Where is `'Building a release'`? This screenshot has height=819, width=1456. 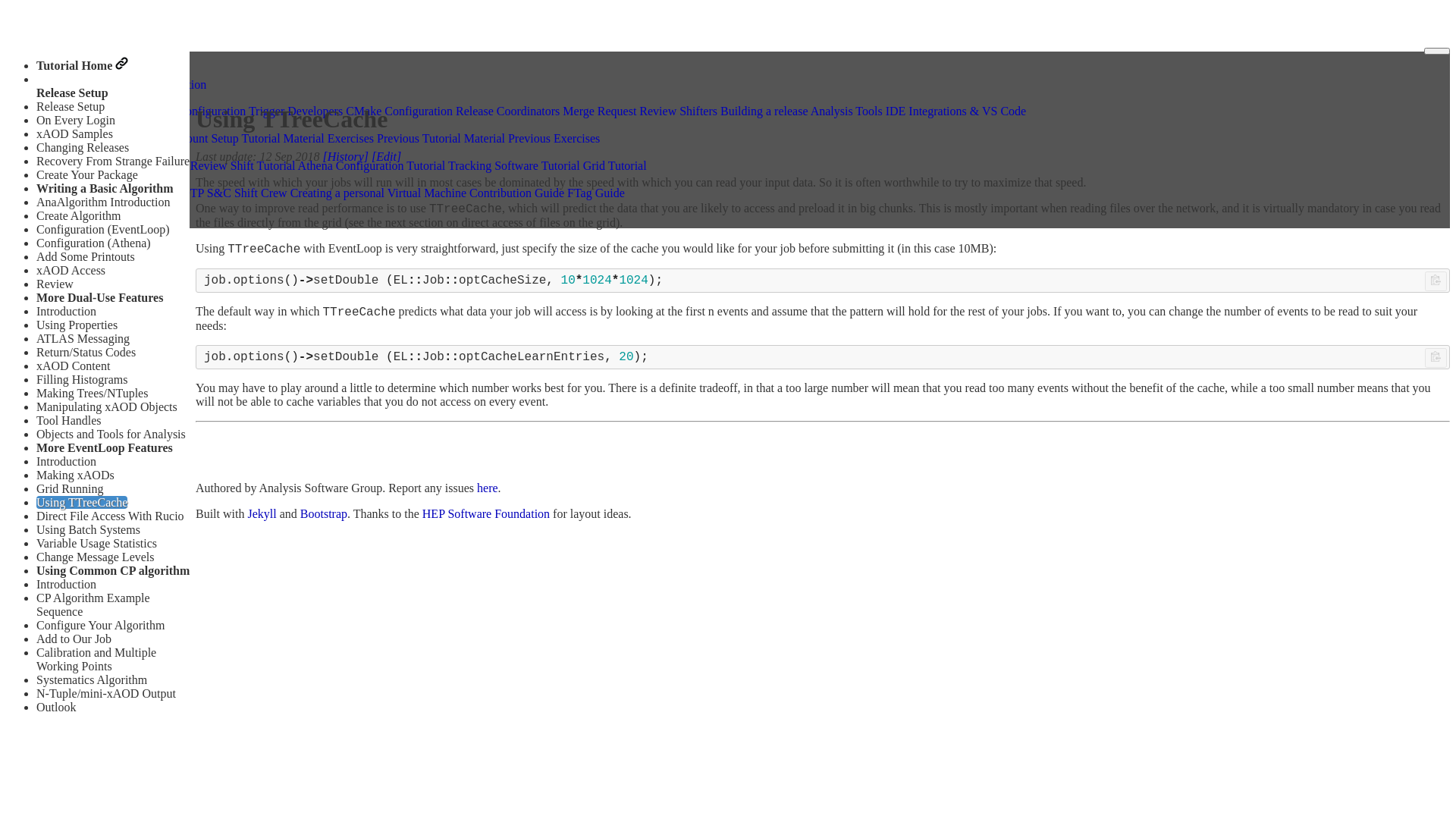
'Building a release' is located at coordinates (764, 110).